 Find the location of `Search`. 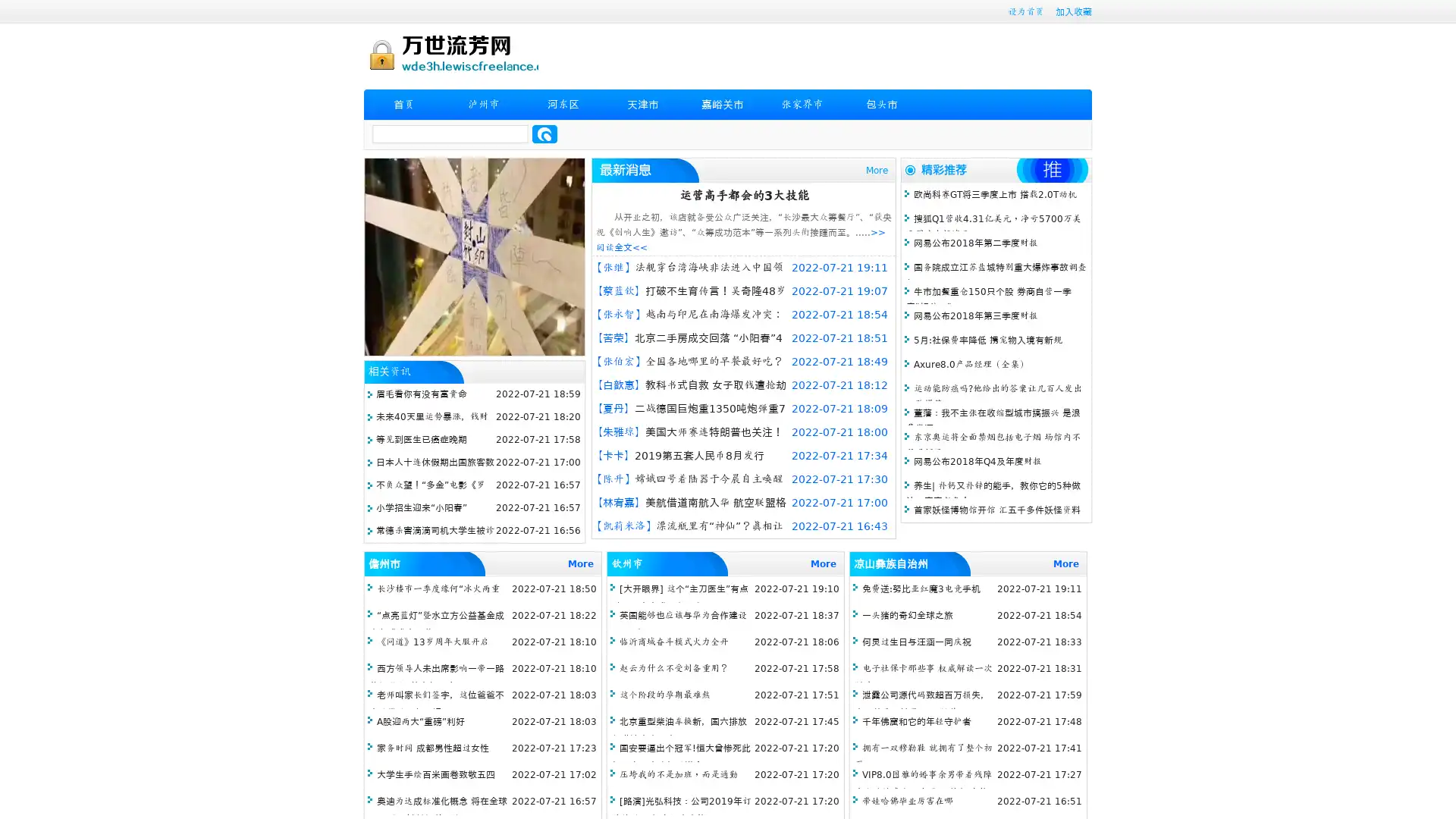

Search is located at coordinates (544, 133).